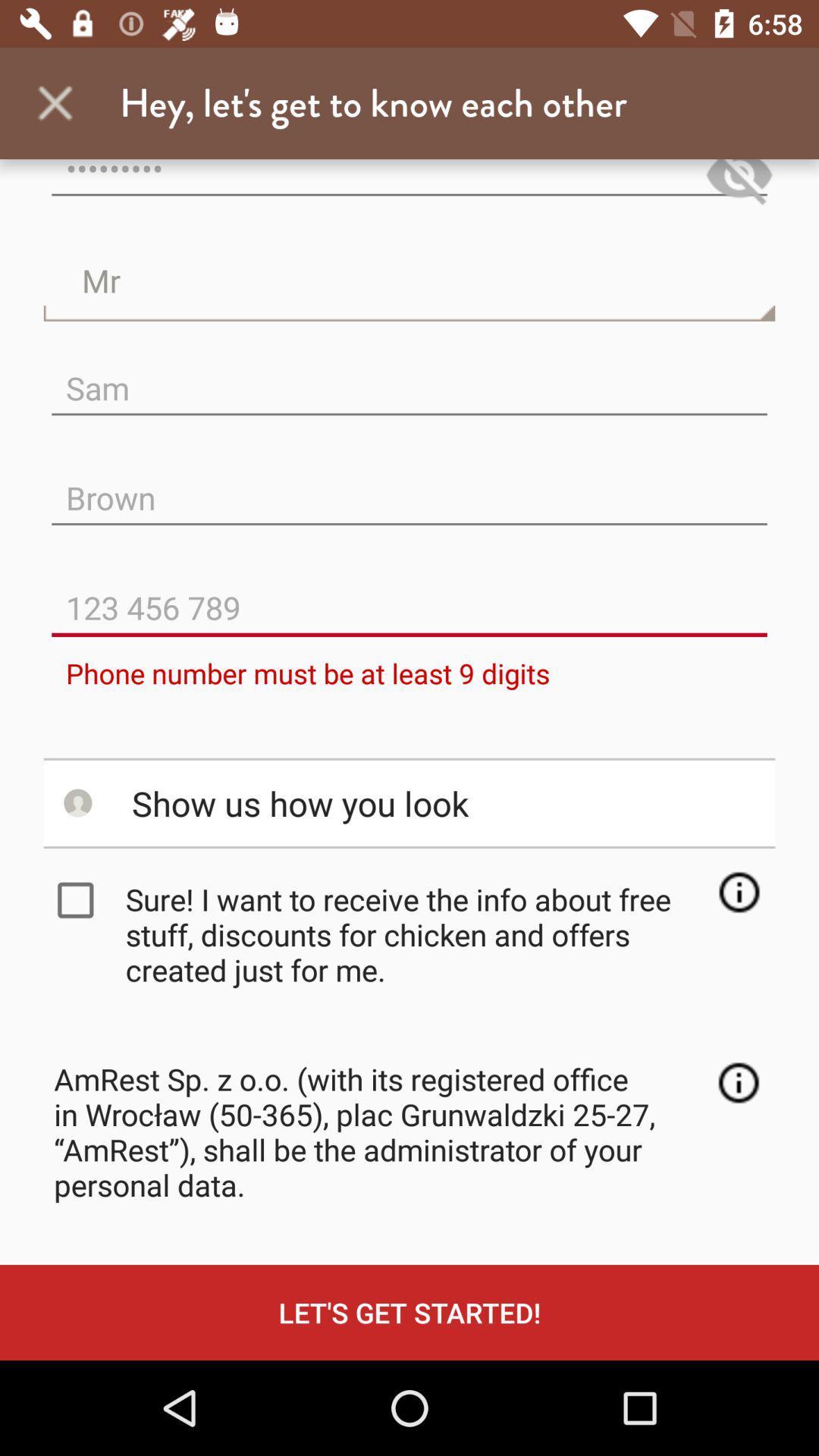  Describe the element at coordinates (55, 102) in the screenshot. I see `icon at the top left corner` at that location.